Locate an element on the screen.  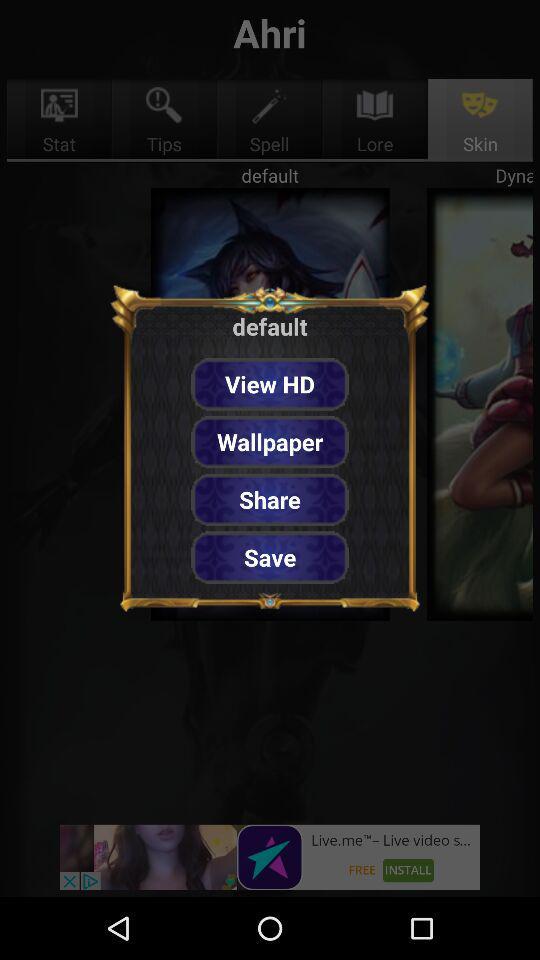
wallpaper icon is located at coordinates (270, 442).